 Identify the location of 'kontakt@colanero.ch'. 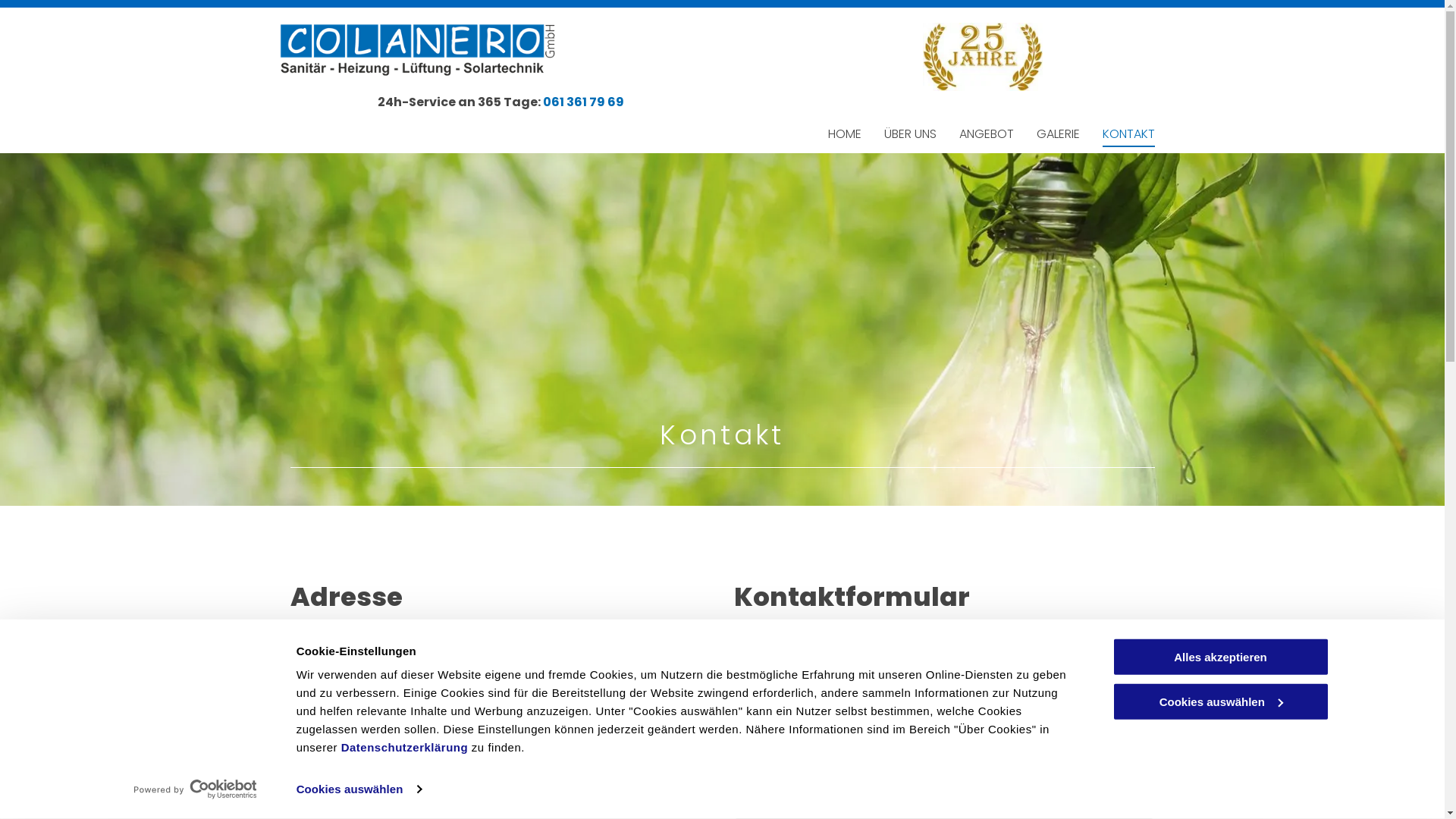
(304, 794).